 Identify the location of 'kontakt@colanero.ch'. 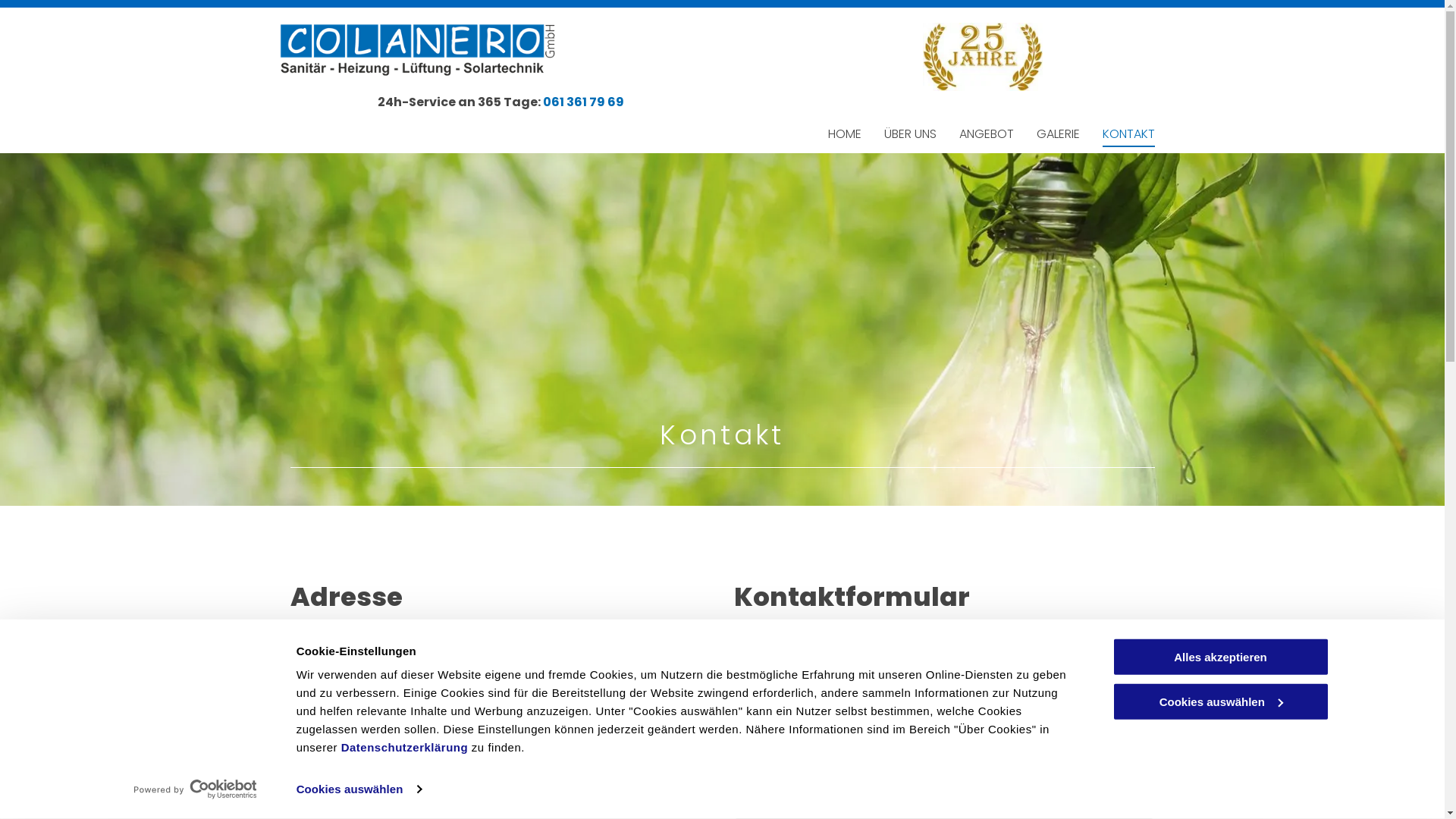
(304, 794).